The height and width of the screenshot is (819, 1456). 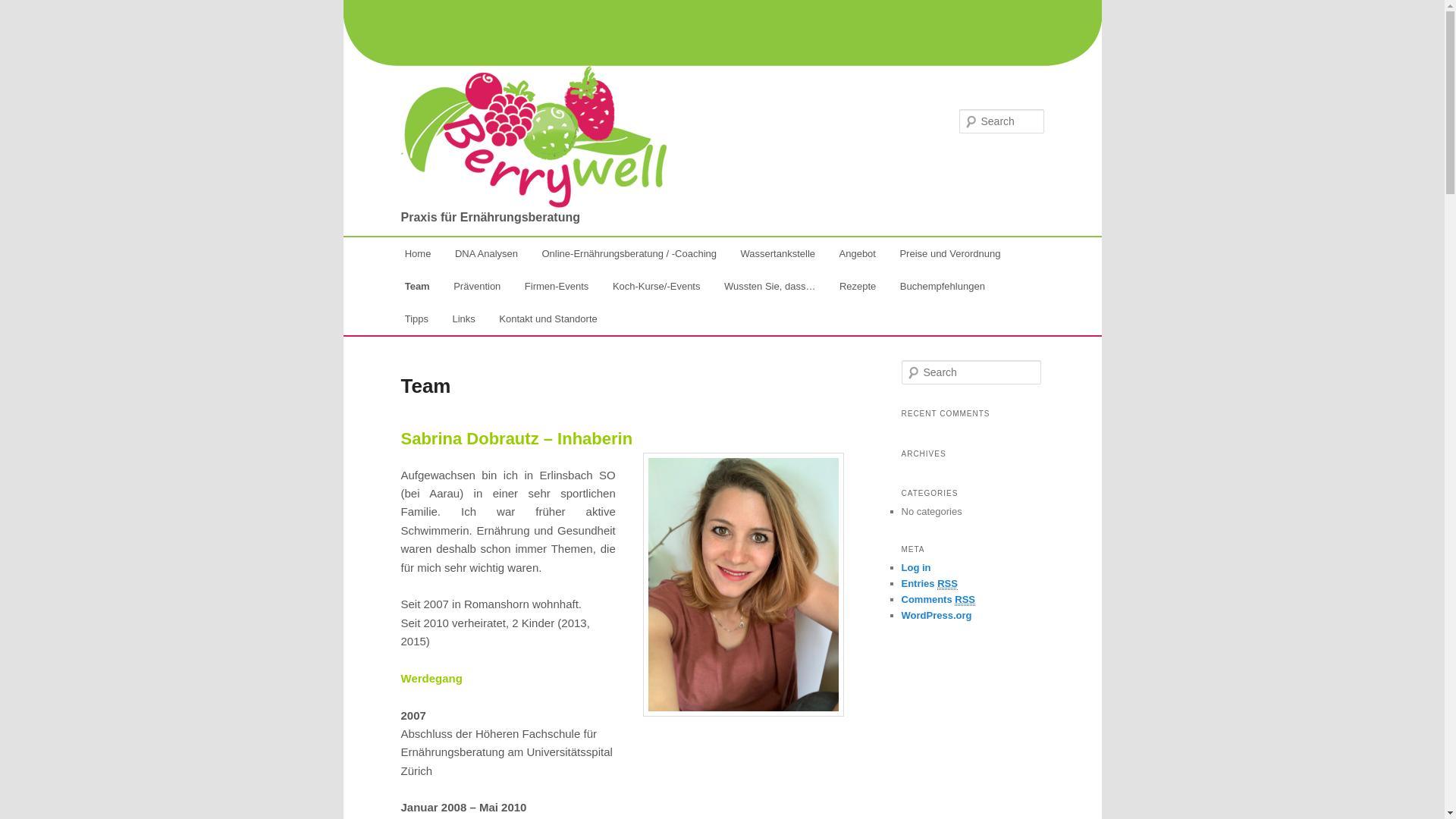 What do you see at coordinates (949, 252) in the screenshot?
I see `'Preise und Verordnung'` at bounding box center [949, 252].